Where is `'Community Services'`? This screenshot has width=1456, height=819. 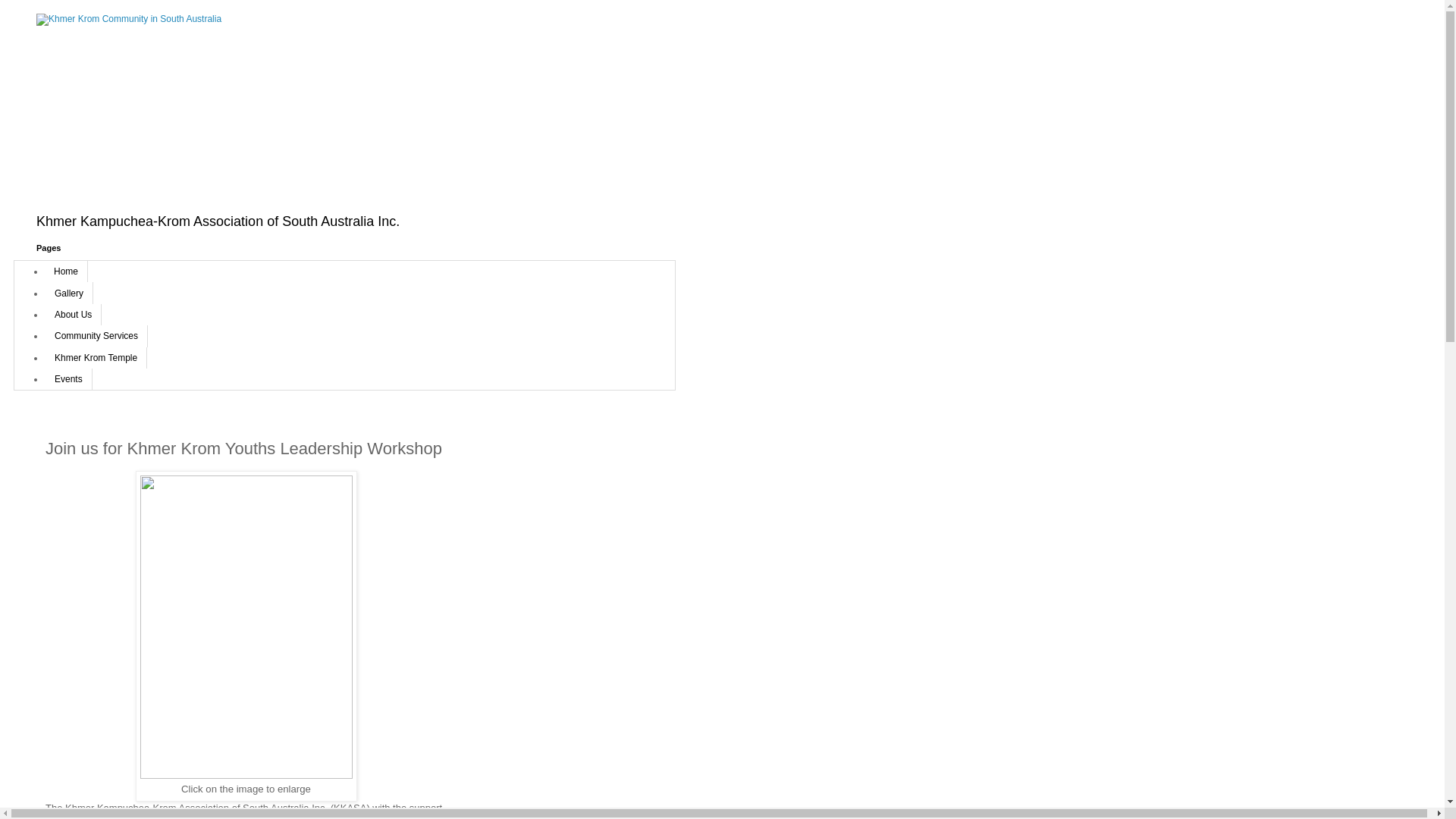 'Community Services' is located at coordinates (95, 335).